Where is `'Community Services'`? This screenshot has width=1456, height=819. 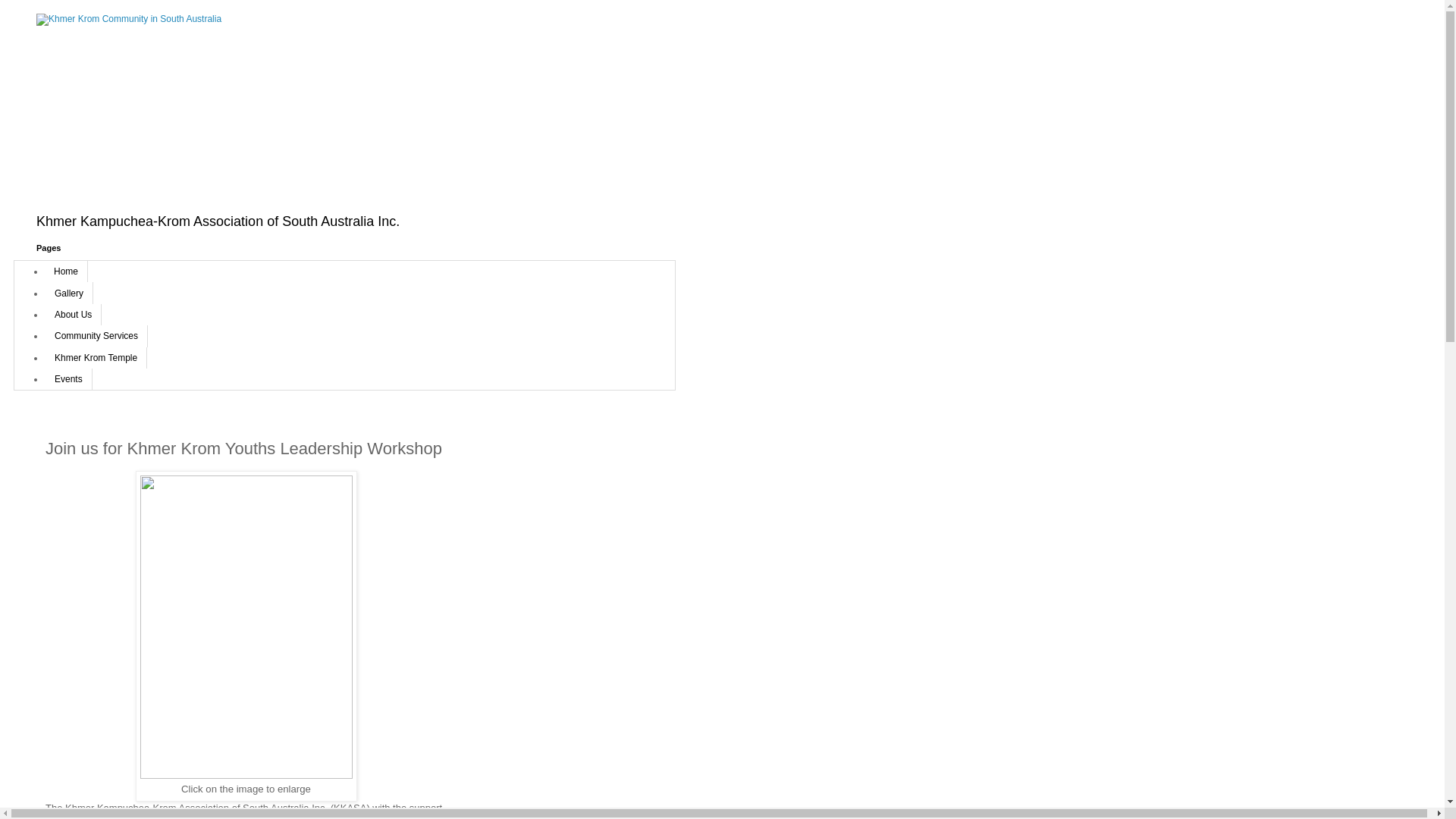 'Community Services' is located at coordinates (95, 335).